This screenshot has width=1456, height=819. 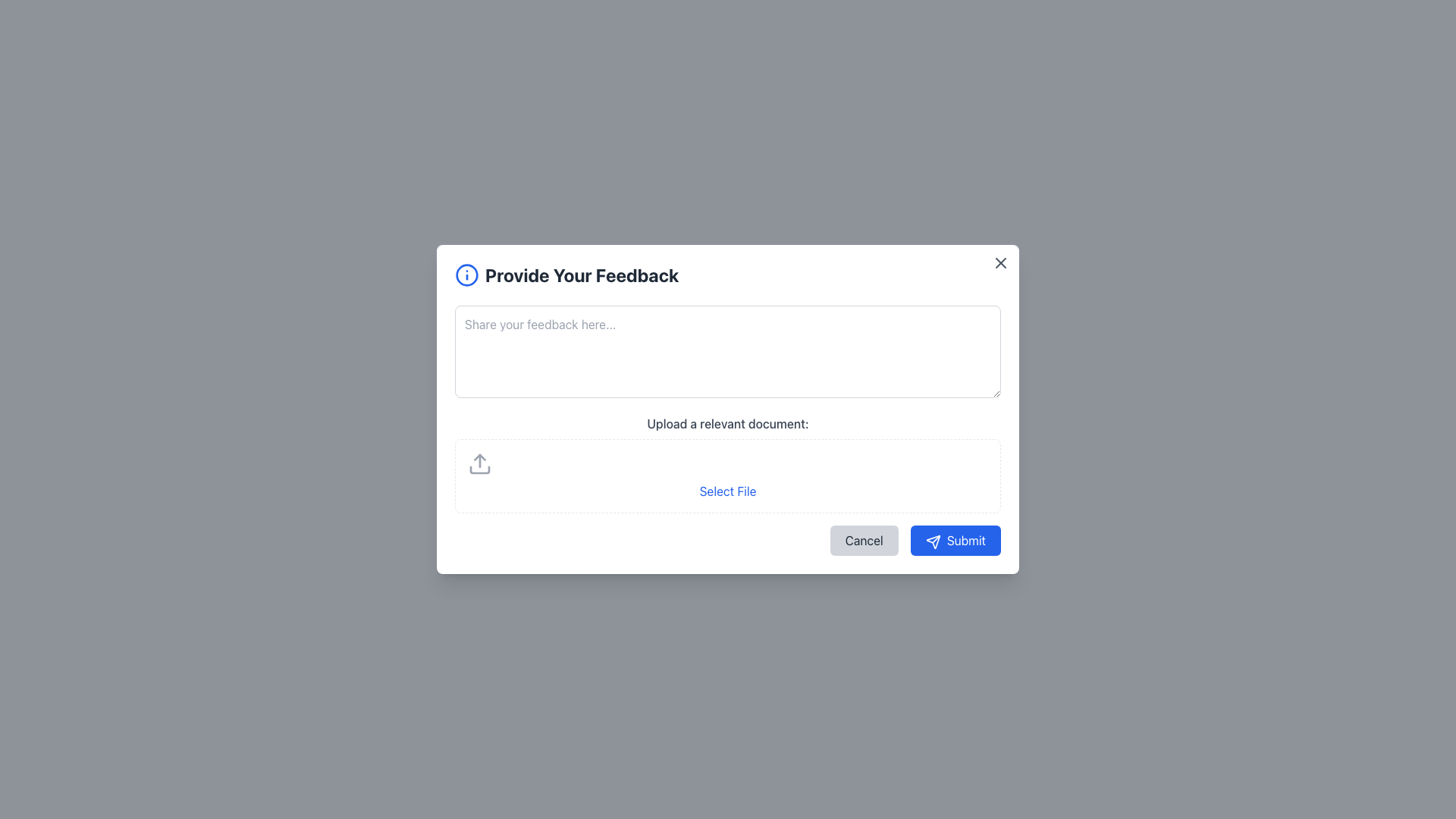 I want to click on the clickable label located in the lower part of the modal, under the 'Upload a relevant document' section, so click(x=728, y=491).